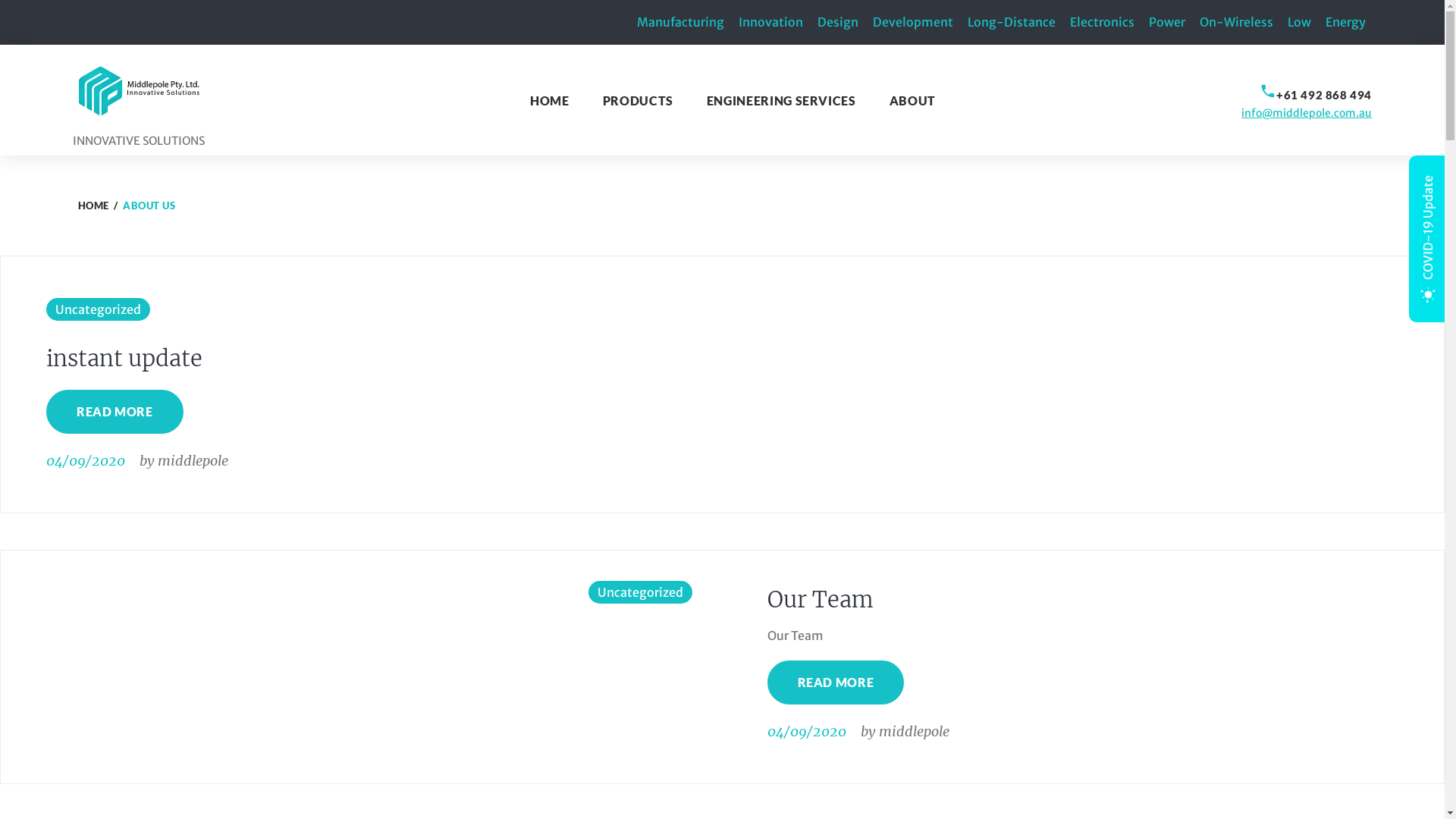 The width and height of the screenshot is (1456, 819). I want to click on 'Manufacturing', so click(679, 22).